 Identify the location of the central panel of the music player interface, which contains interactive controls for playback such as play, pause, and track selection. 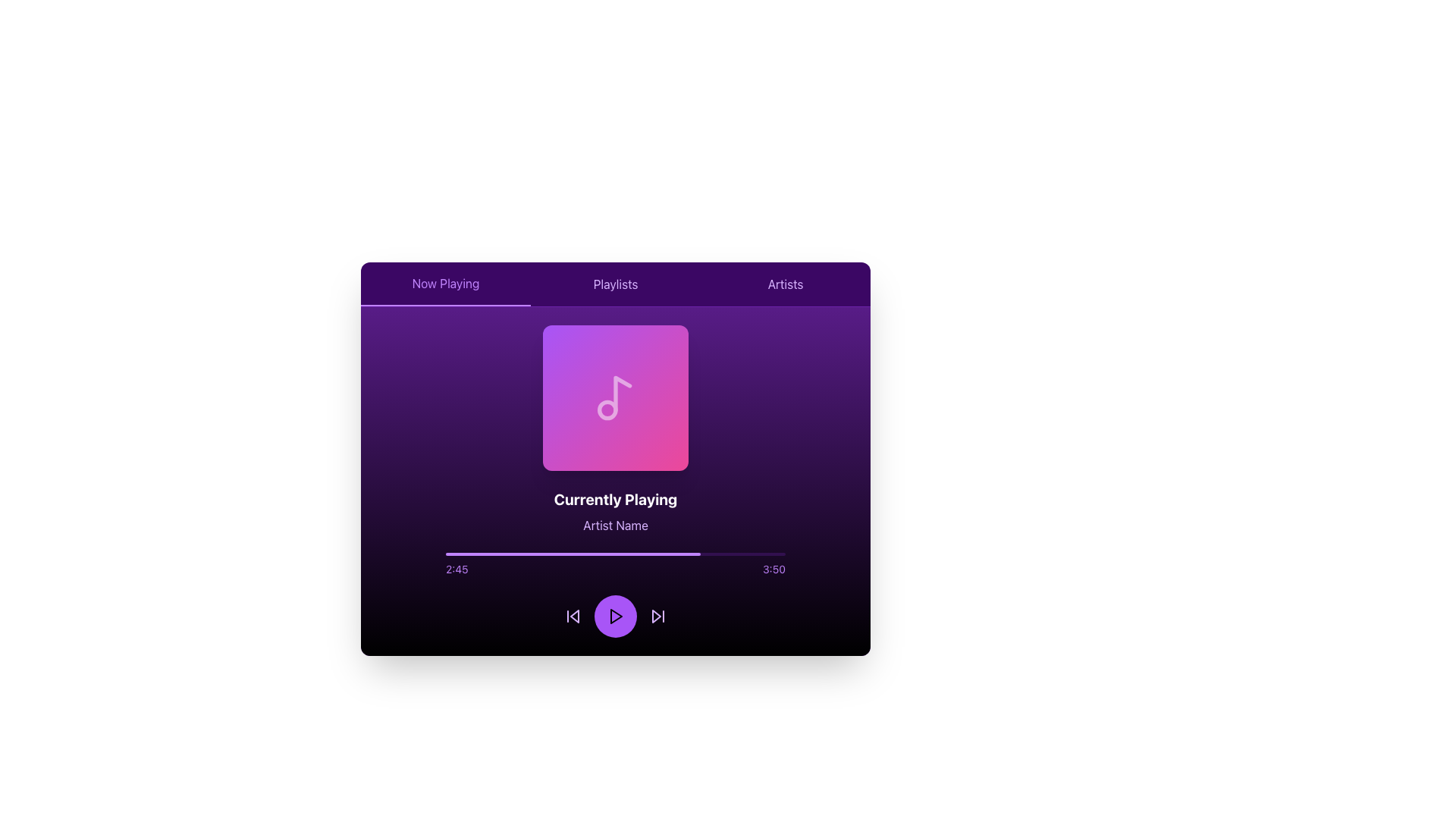
(615, 458).